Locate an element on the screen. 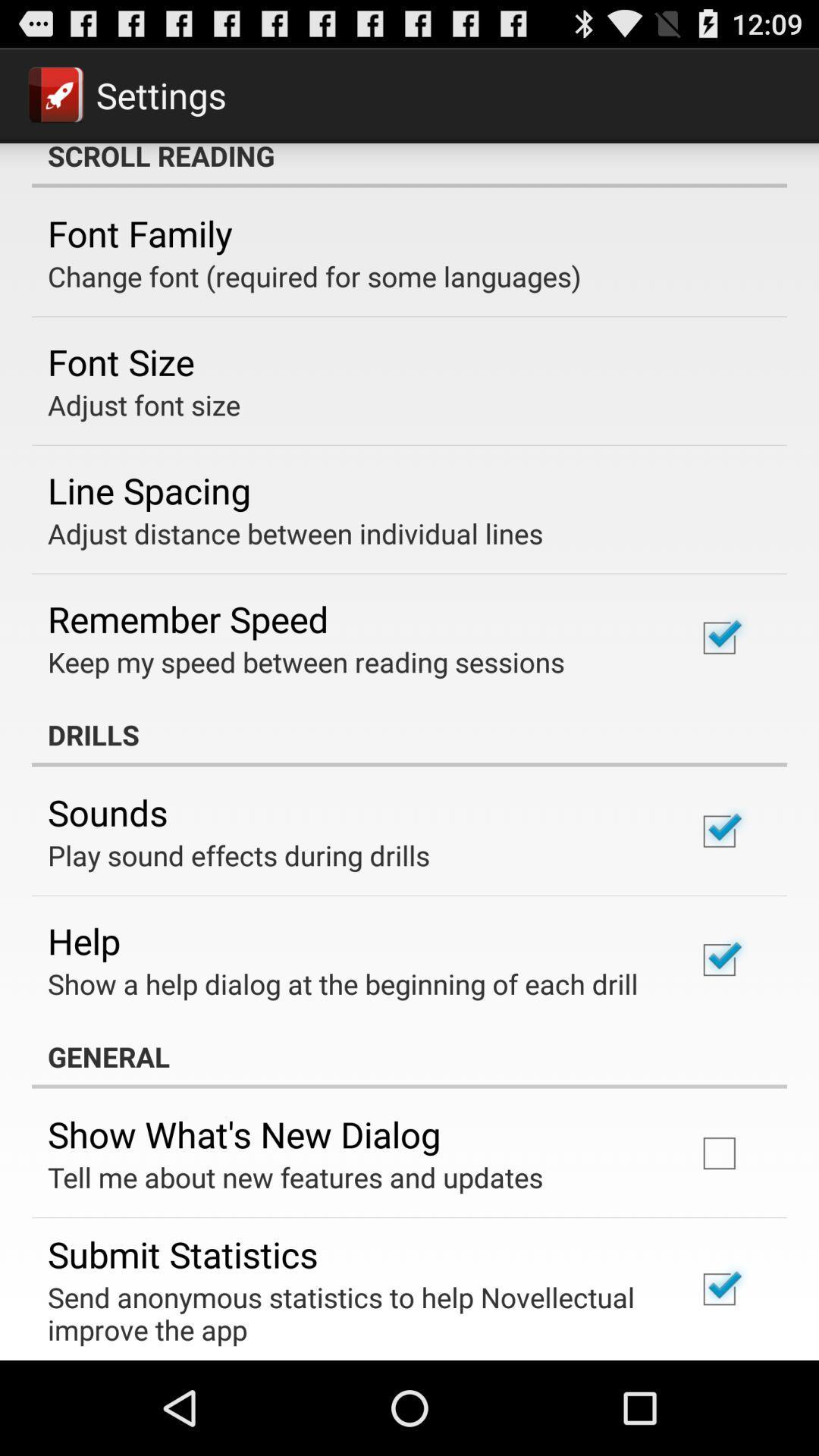 The image size is (819, 1456). the icon below line spacing is located at coordinates (295, 533).